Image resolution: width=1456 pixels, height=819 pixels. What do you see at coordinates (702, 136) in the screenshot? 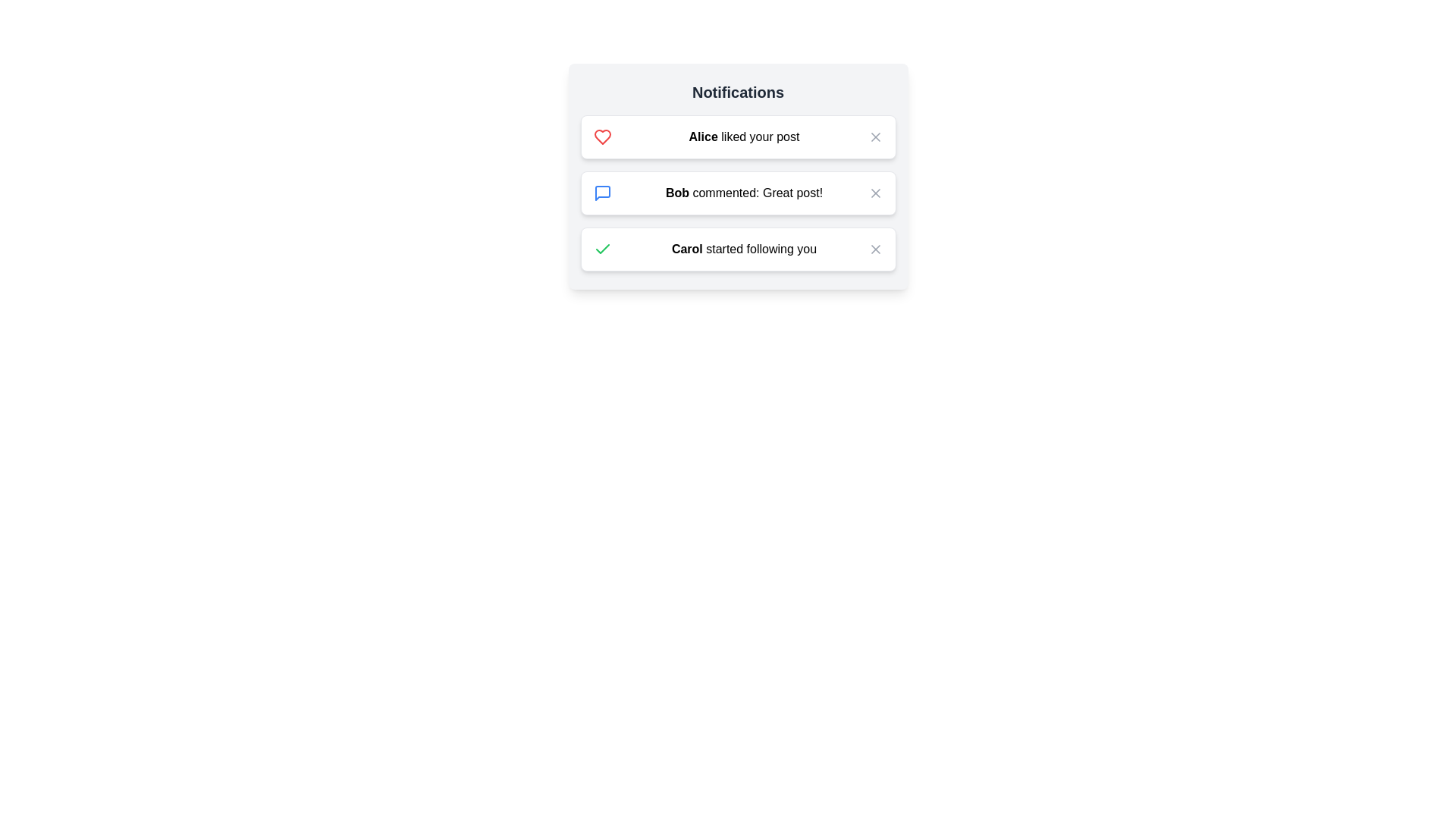
I see `the bold text displaying 'Alice' in the first notification entry of the notification panel` at bounding box center [702, 136].